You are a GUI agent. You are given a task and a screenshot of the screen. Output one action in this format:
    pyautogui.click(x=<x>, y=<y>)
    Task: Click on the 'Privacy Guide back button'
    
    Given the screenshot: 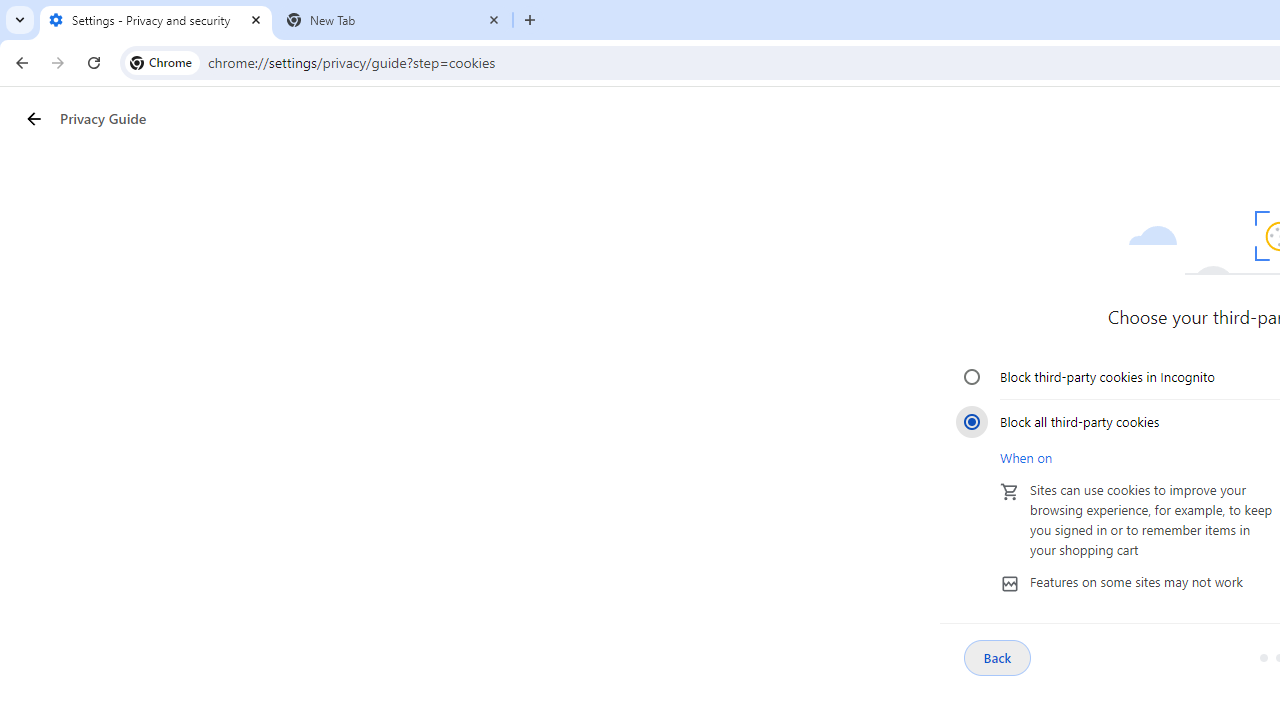 What is the action you would take?
    pyautogui.click(x=33, y=119)
    